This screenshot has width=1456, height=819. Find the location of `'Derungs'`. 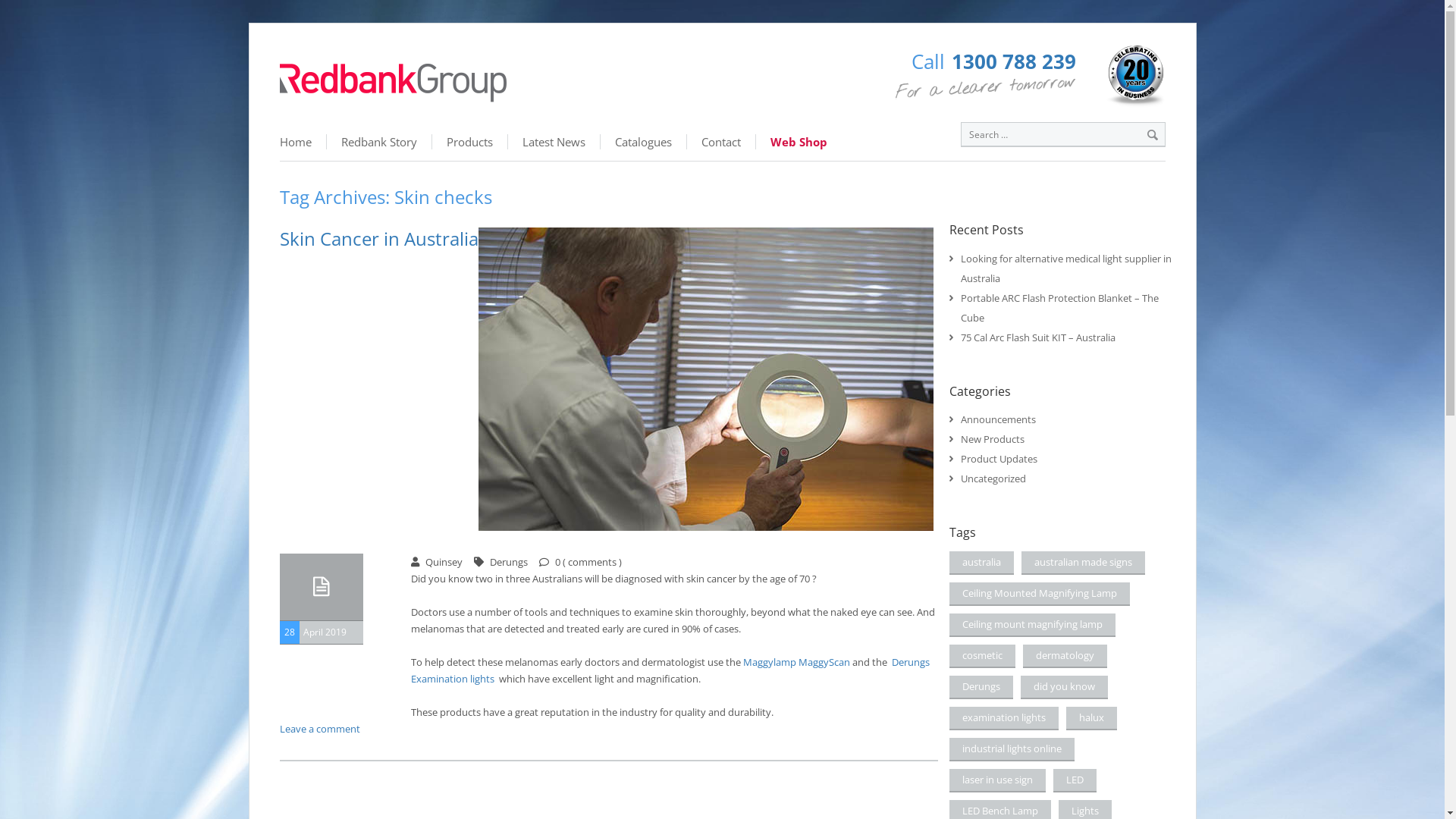

'Derungs' is located at coordinates (981, 687).